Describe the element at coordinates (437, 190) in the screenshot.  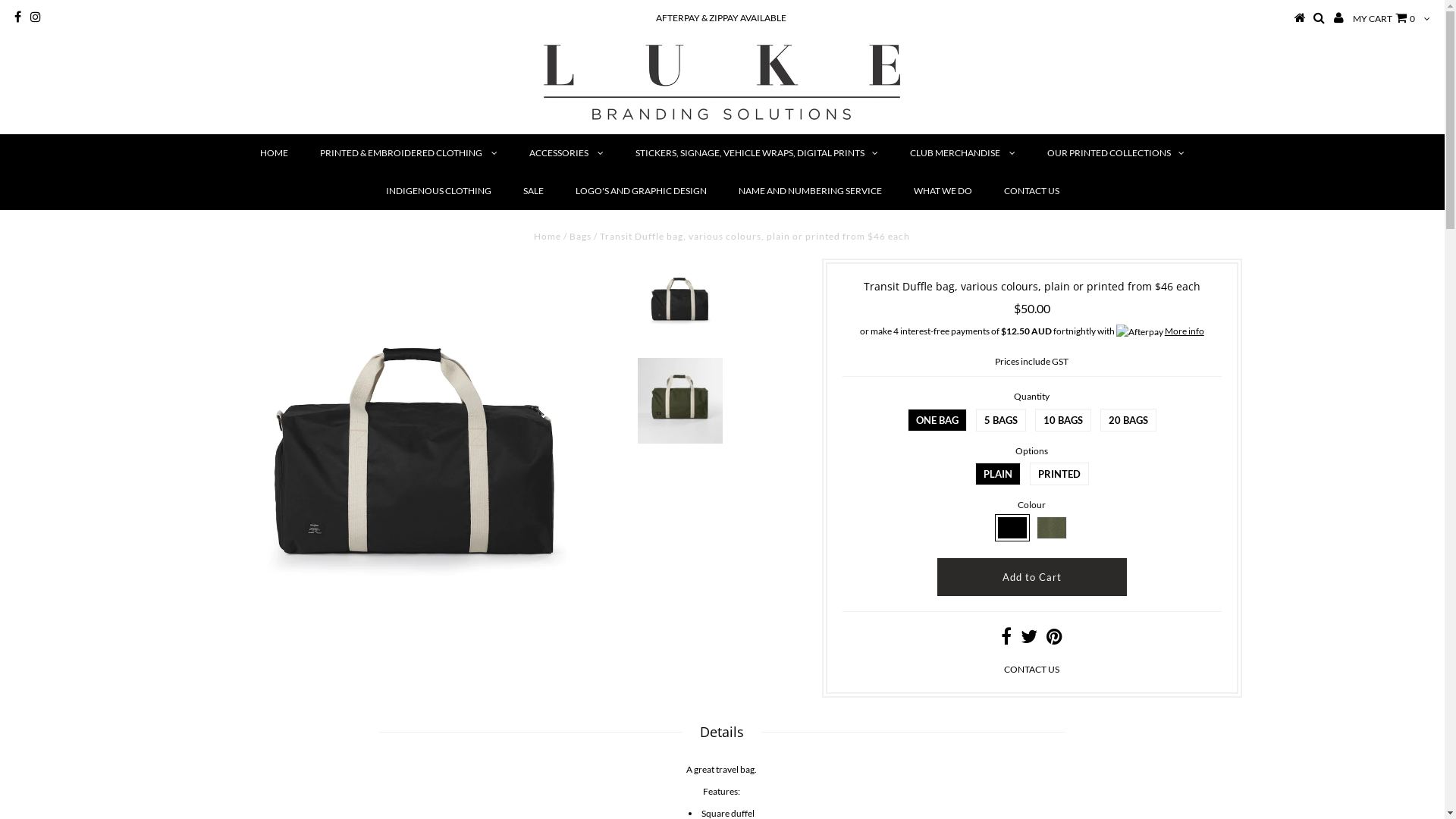
I see `'INDIGENOUS CLOTHING'` at that location.